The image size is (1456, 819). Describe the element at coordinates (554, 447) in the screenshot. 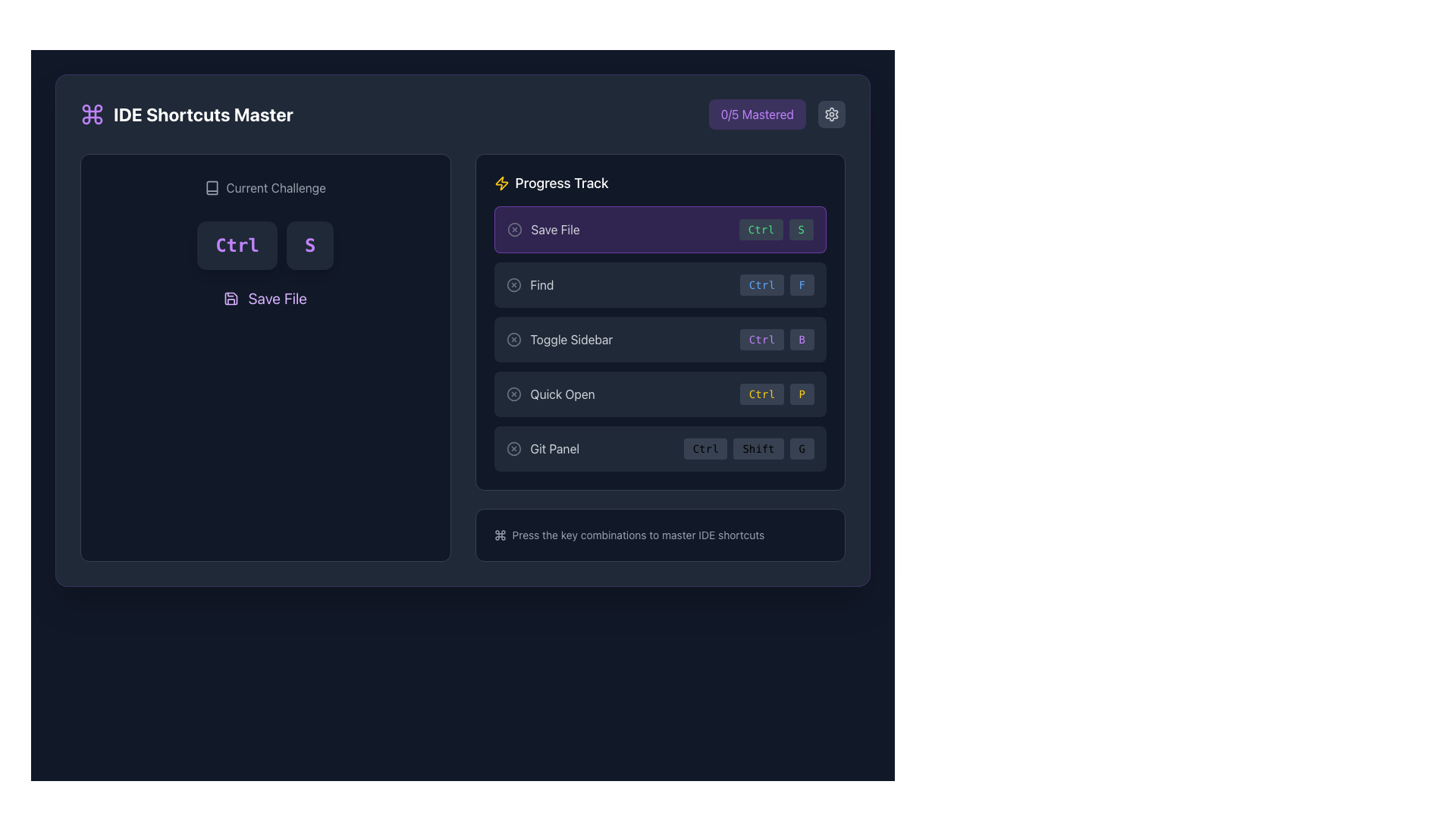

I see `the 'Git Panel' text label element, which is styled in gray and located in the 'Progress Track' section adjacent to a gray circular icon with a cross mark` at that location.